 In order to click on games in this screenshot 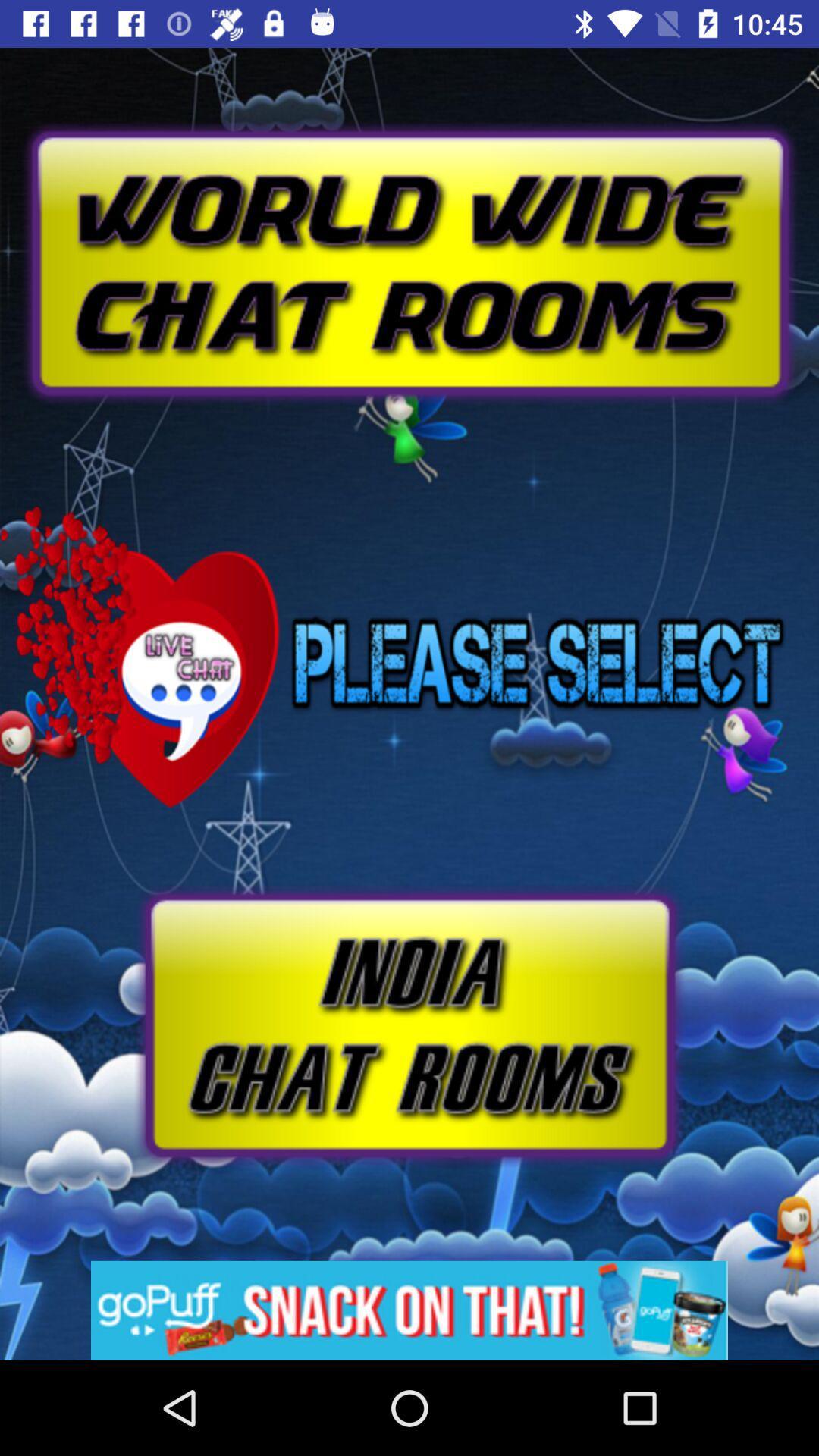, I will do `click(409, 1310)`.